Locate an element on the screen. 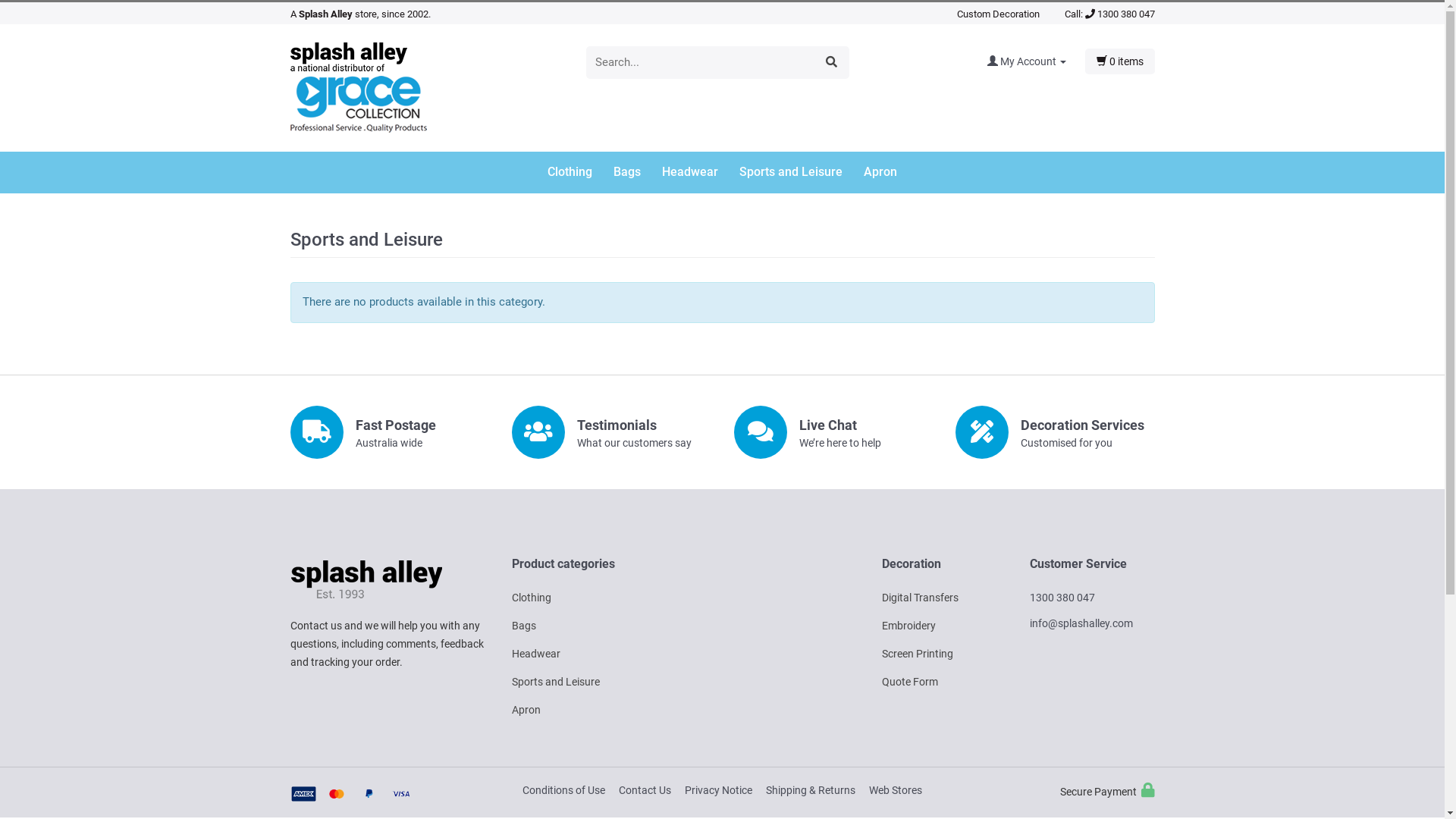 This screenshot has height=819, width=1456. 'Sports and Leisure' is located at coordinates (555, 680).